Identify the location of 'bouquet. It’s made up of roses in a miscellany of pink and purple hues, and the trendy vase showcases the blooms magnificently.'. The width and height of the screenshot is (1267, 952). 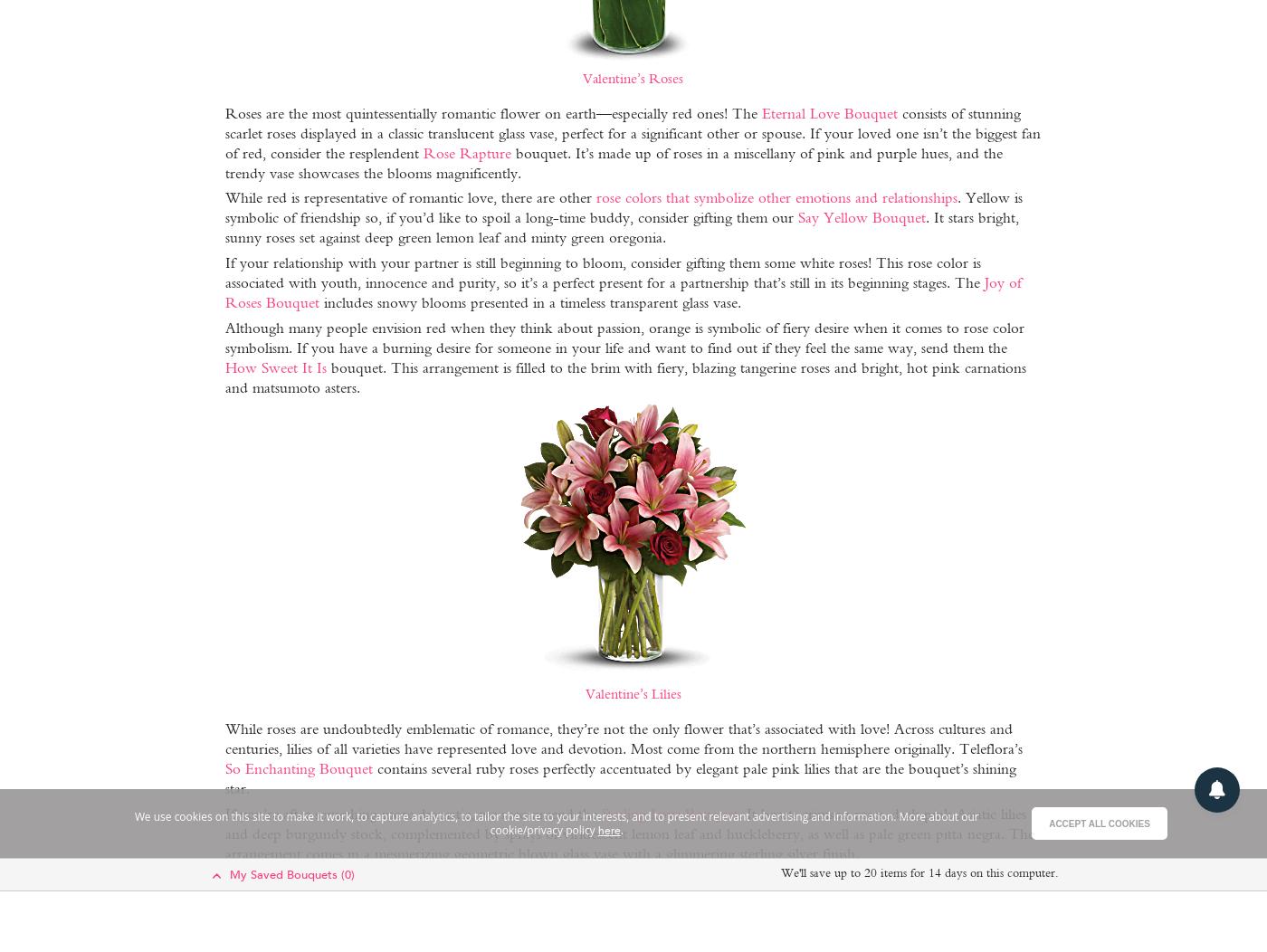
(613, 162).